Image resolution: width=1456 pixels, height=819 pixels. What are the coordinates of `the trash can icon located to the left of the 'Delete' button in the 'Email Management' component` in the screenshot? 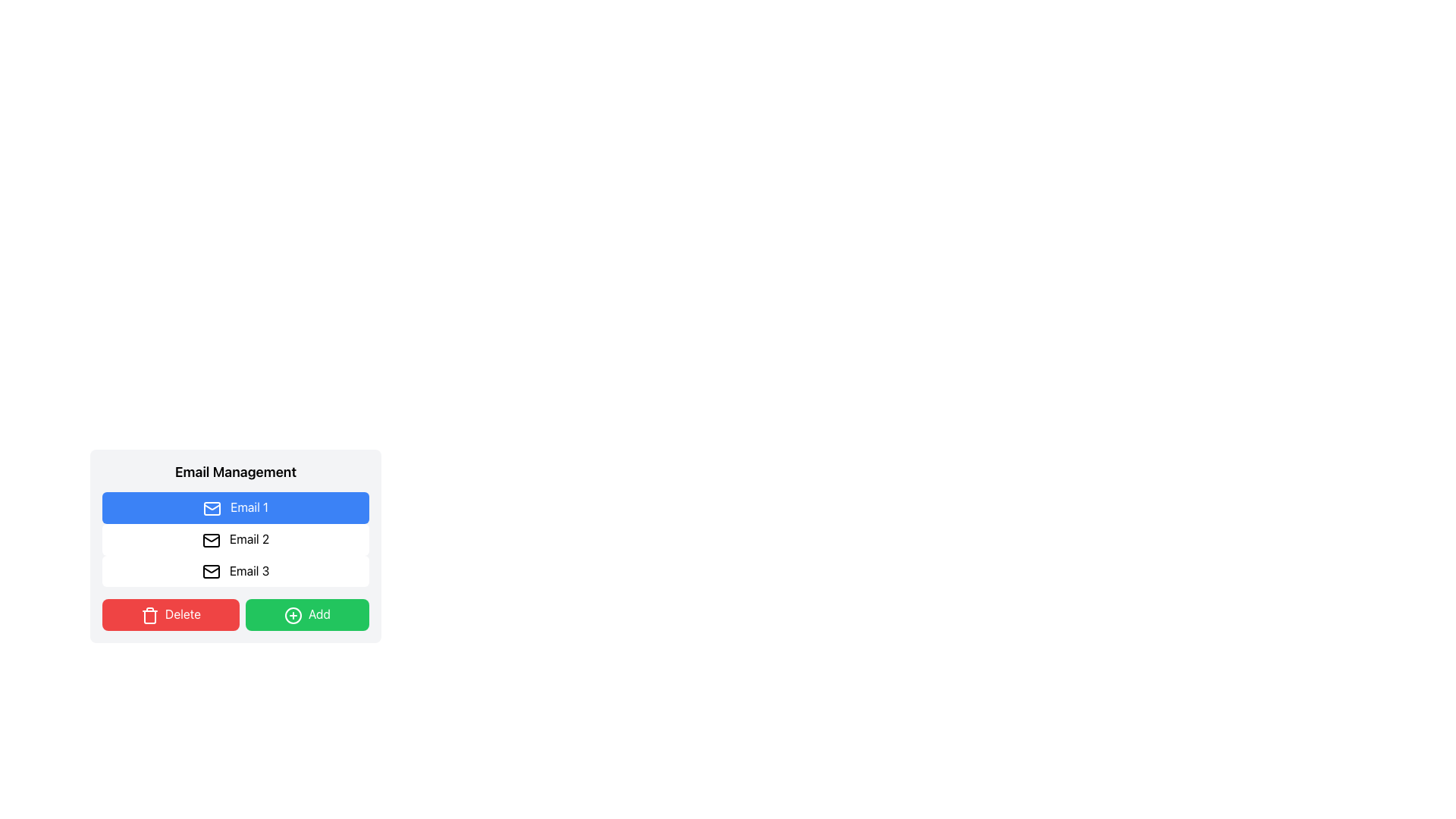 It's located at (149, 616).